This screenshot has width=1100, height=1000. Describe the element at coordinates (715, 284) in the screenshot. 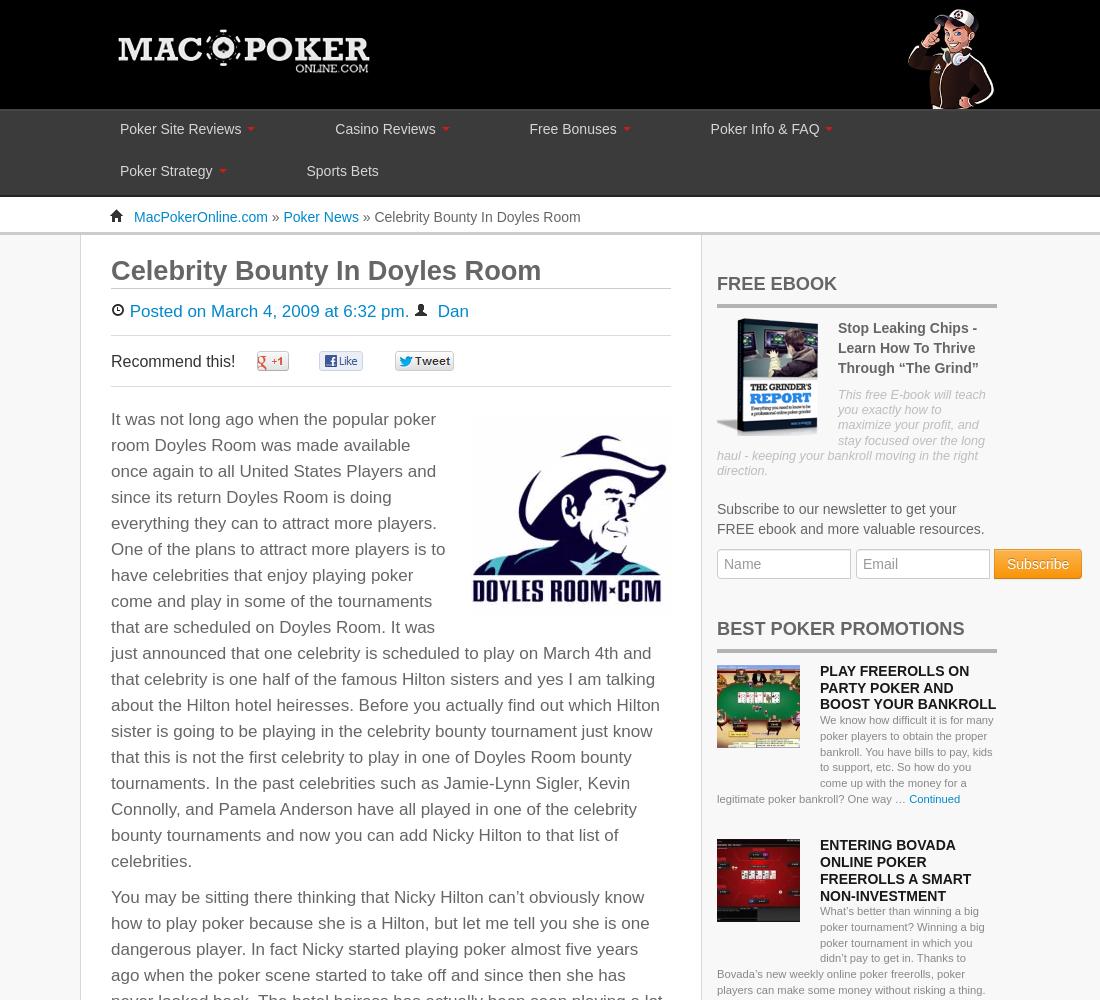

I see `'Free eBook'` at that location.